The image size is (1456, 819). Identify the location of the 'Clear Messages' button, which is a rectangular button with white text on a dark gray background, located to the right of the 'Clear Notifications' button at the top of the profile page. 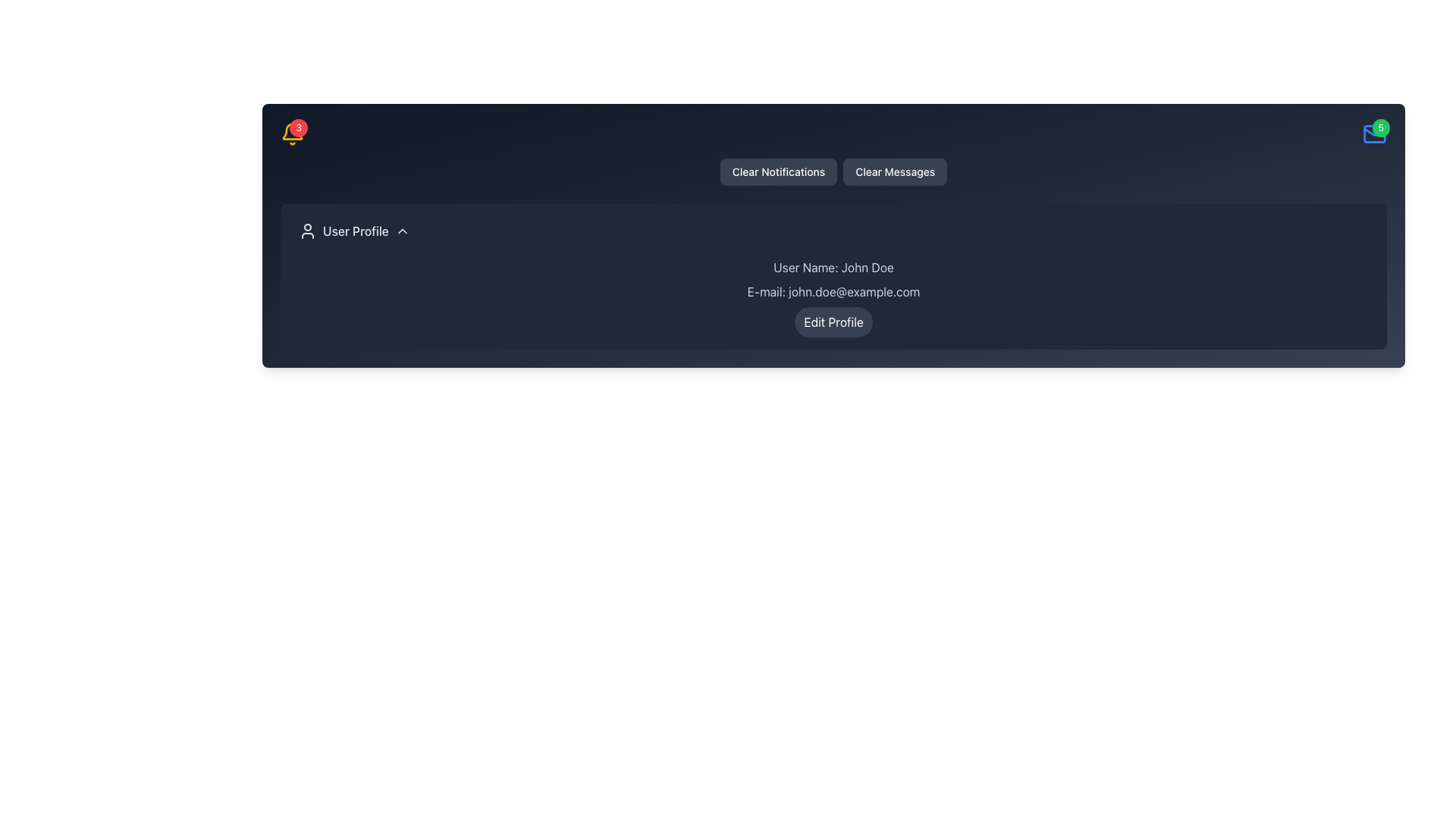
(895, 171).